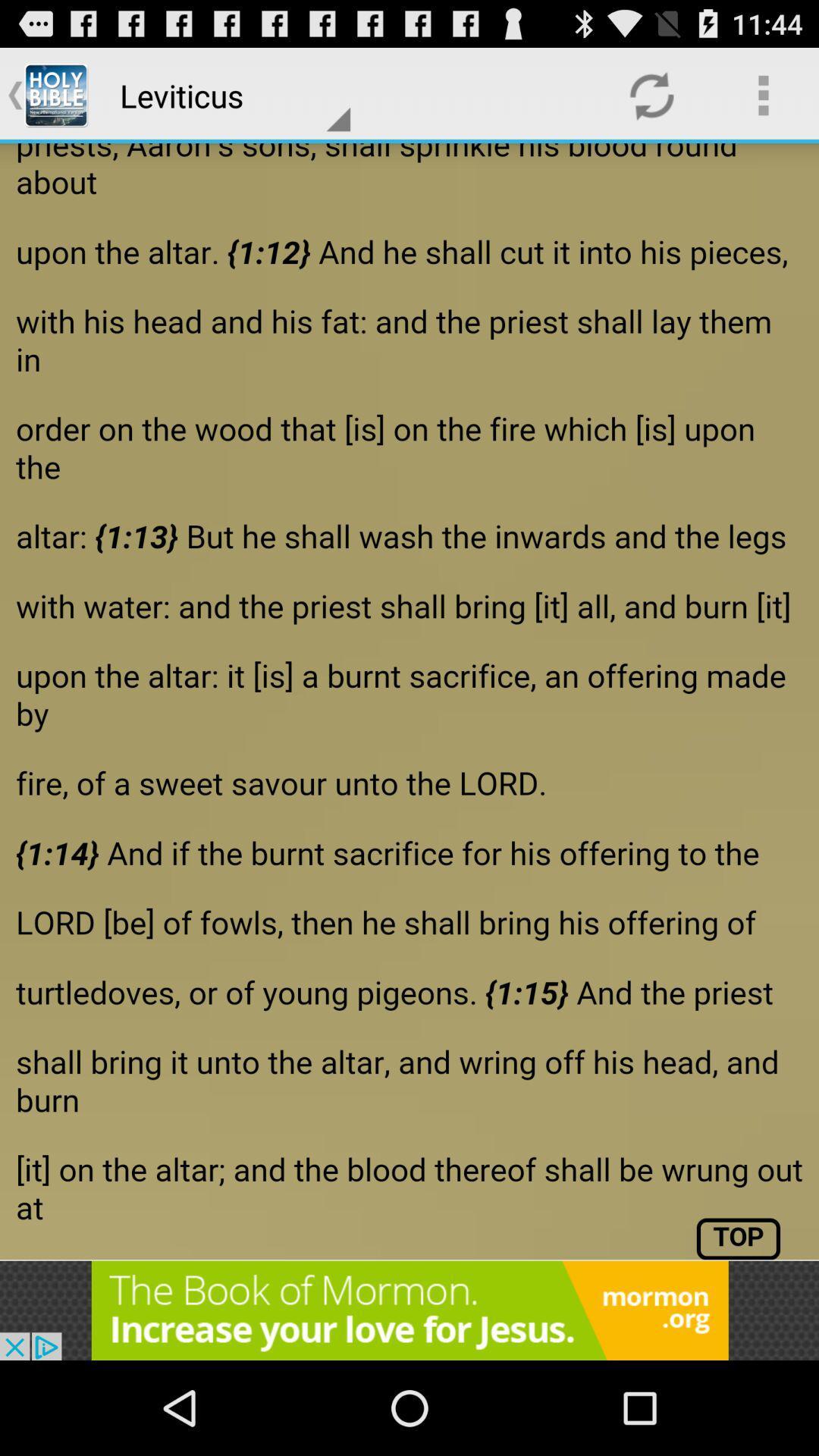 Image resolution: width=819 pixels, height=1456 pixels. Describe the element at coordinates (409, 1310) in the screenshot. I see `advertisement` at that location.